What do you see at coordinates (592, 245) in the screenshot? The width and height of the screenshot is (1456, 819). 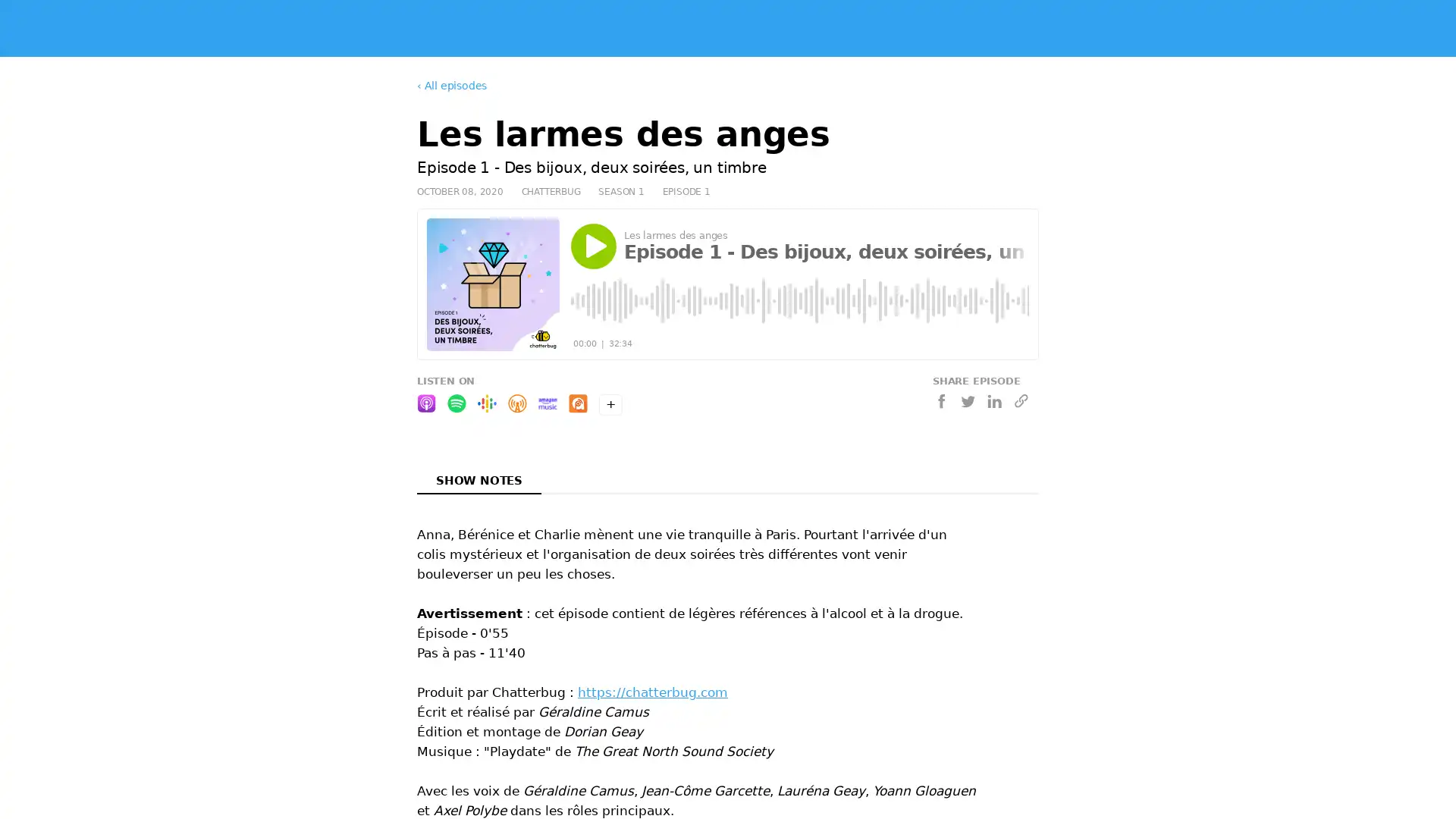 I see `Play` at bounding box center [592, 245].